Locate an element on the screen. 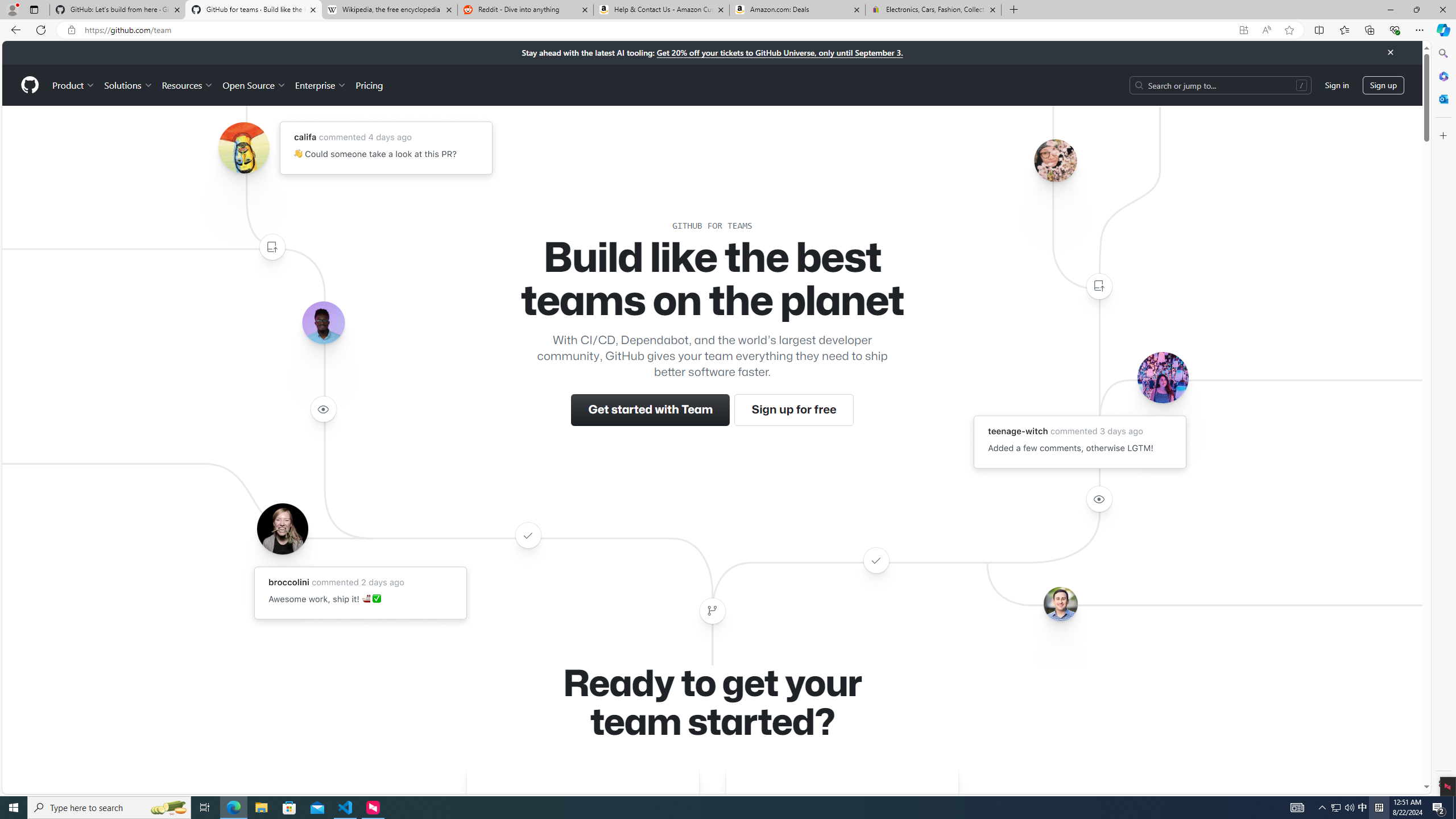 This screenshot has height=819, width=1456. 'Avatar of the user benbalter' is located at coordinates (1059, 603).